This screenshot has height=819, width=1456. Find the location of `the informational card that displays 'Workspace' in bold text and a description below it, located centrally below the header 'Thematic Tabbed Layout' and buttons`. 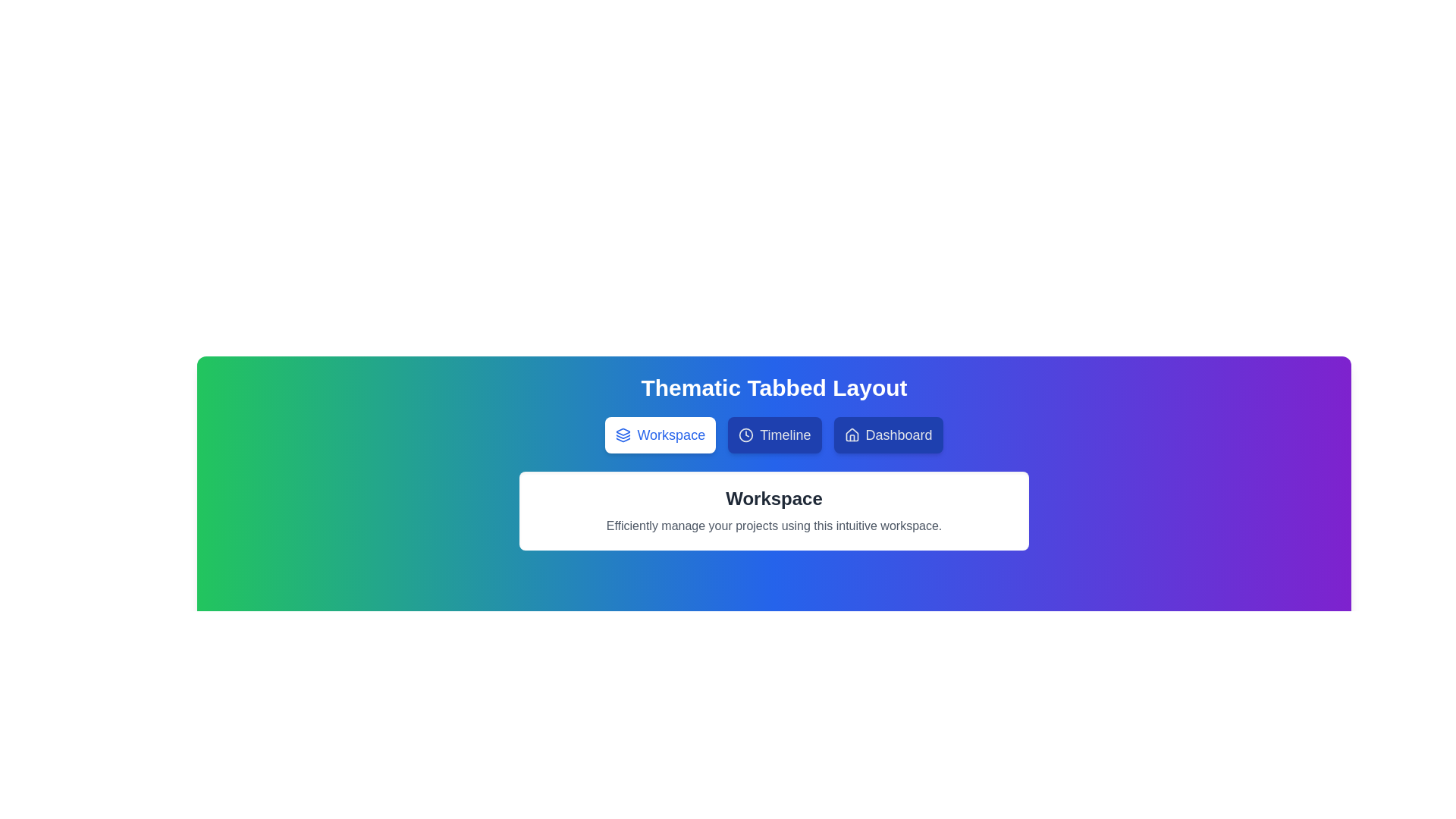

the informational card that displays 'Workspace' in bold text and a description below it, located centrally below the header 'Thematic Tabbed Layout' and buttons is located at coordinates (774, 511).